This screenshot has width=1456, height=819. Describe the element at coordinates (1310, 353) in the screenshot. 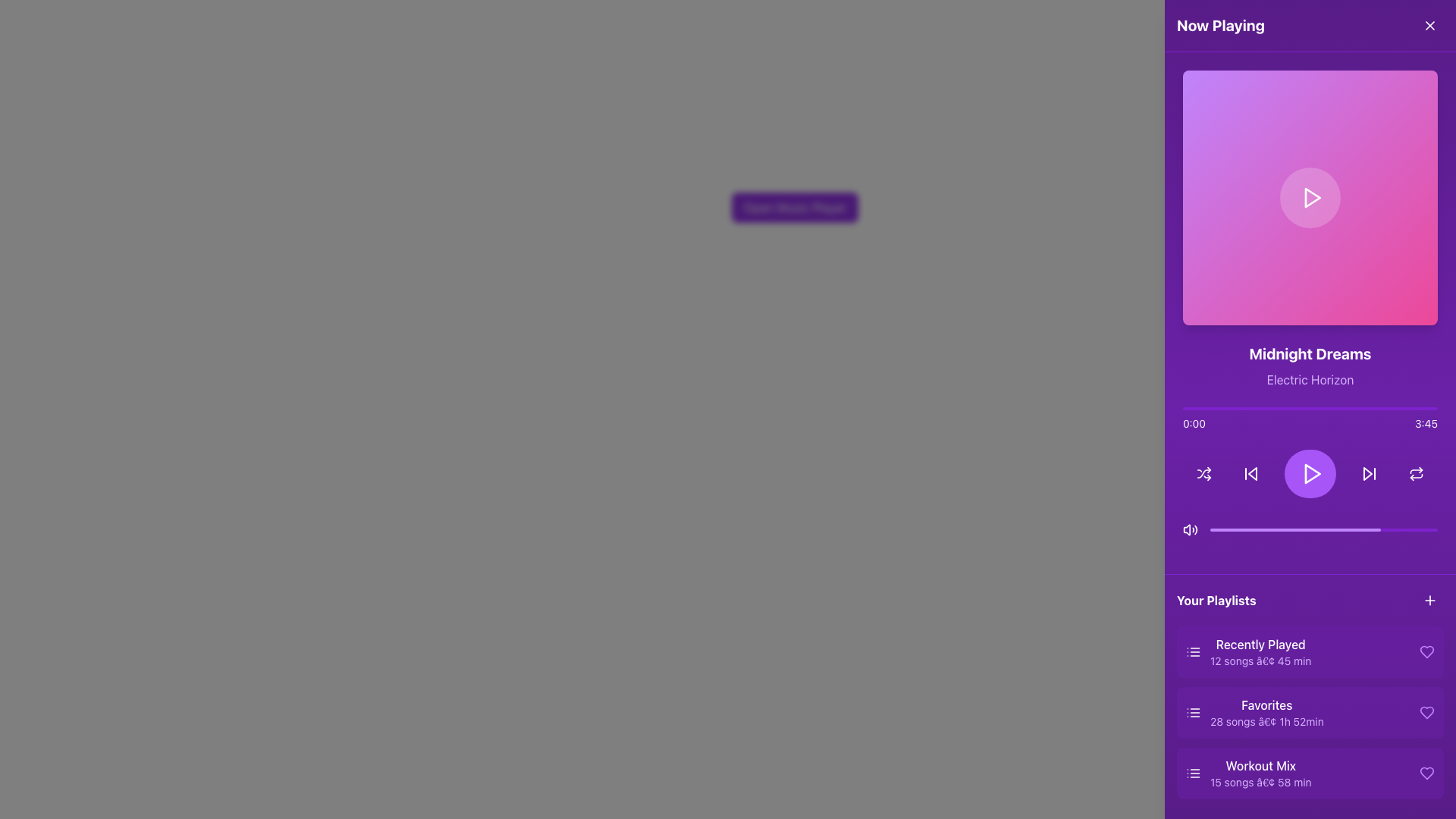

I see `text label indicating the name of the song or audio track, located in the upper middle of the purple right-side panel, directly beneath an image placeholder and above the text 'Electric Horizon'` at that location.